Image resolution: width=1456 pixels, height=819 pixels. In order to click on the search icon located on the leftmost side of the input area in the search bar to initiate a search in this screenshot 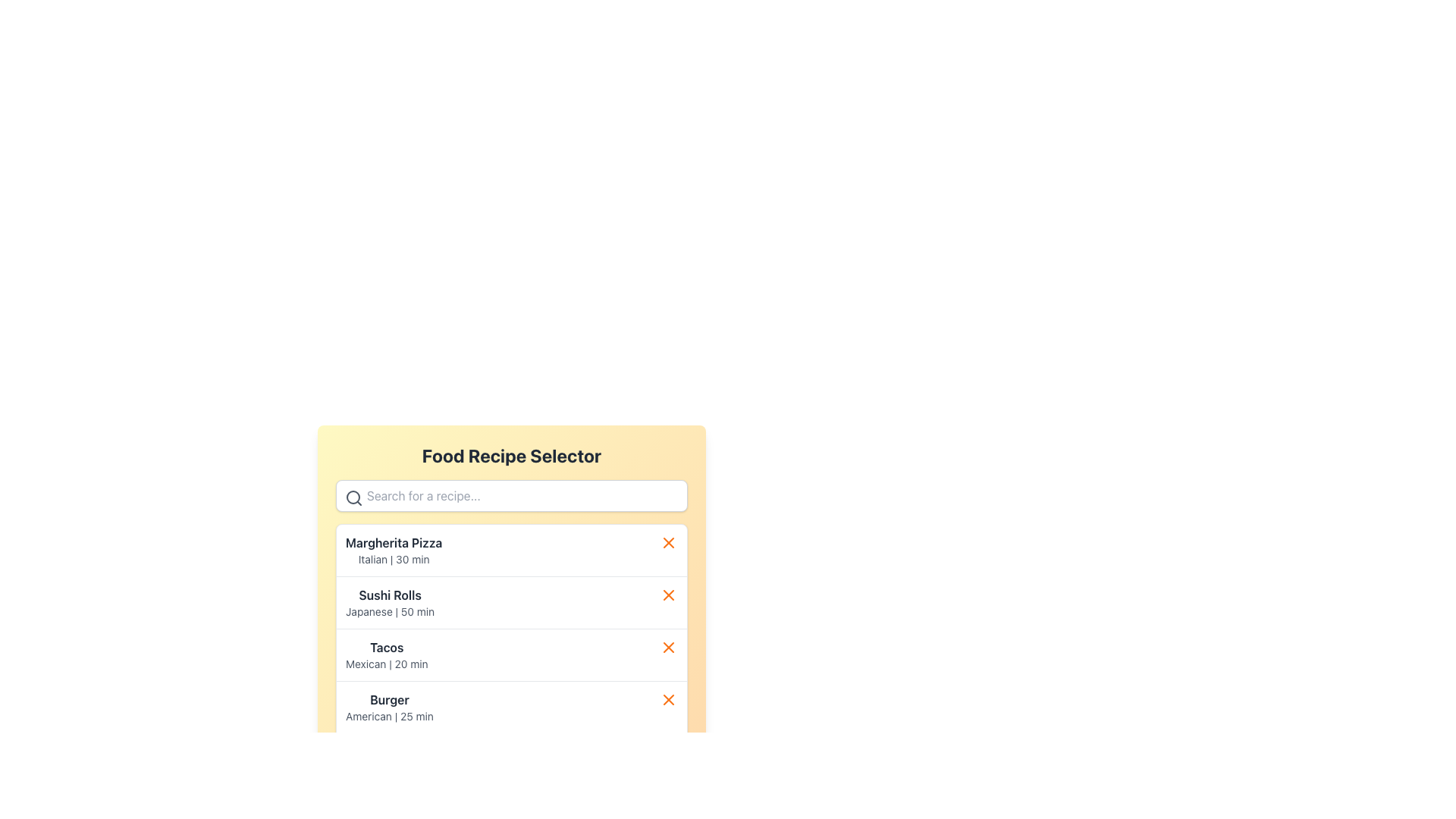, I will do `click(353, 497)`.